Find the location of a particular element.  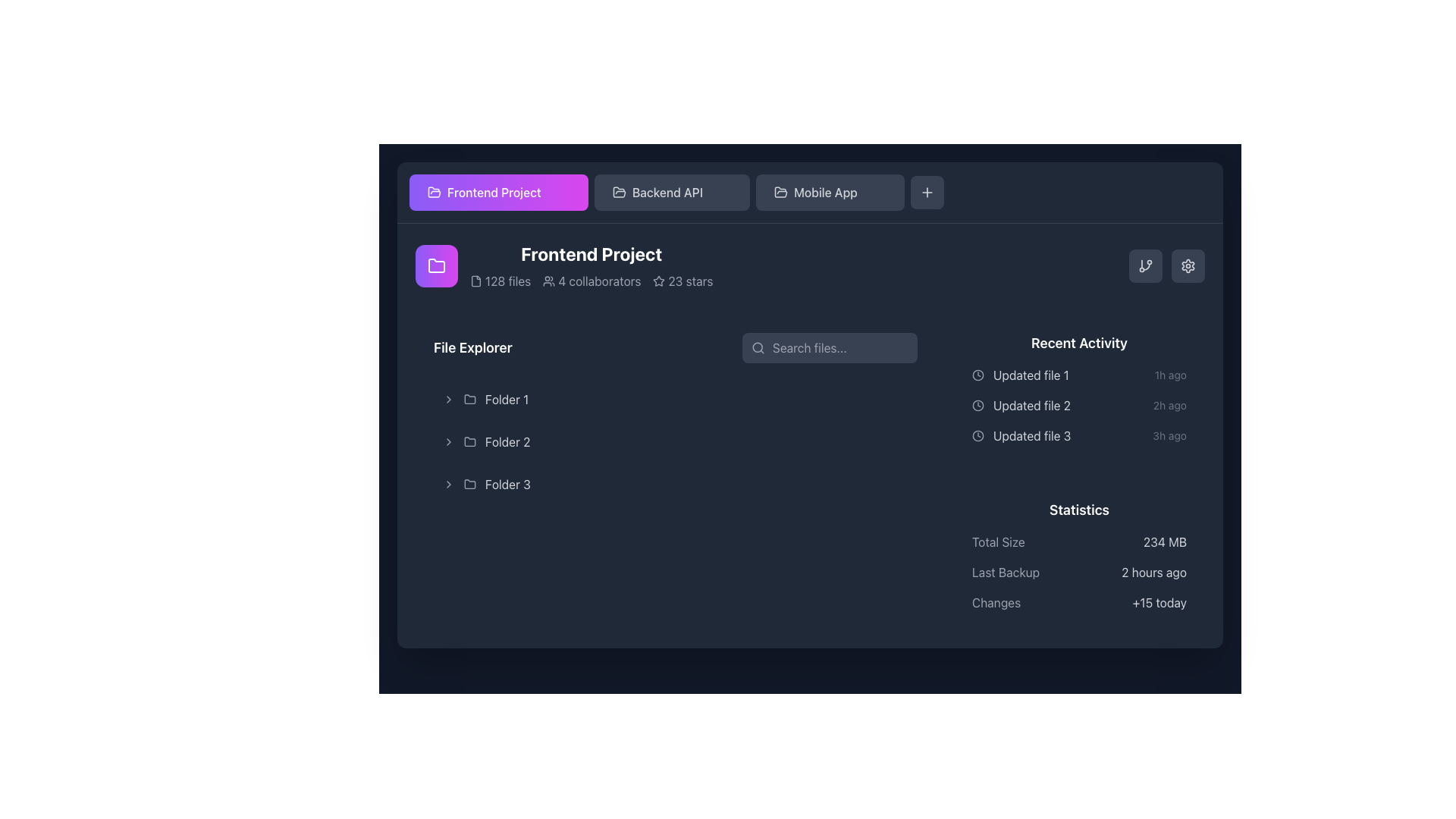

the icon resembling a group of people, located in the upper part of the application interface is located at coordinates (548, 281).